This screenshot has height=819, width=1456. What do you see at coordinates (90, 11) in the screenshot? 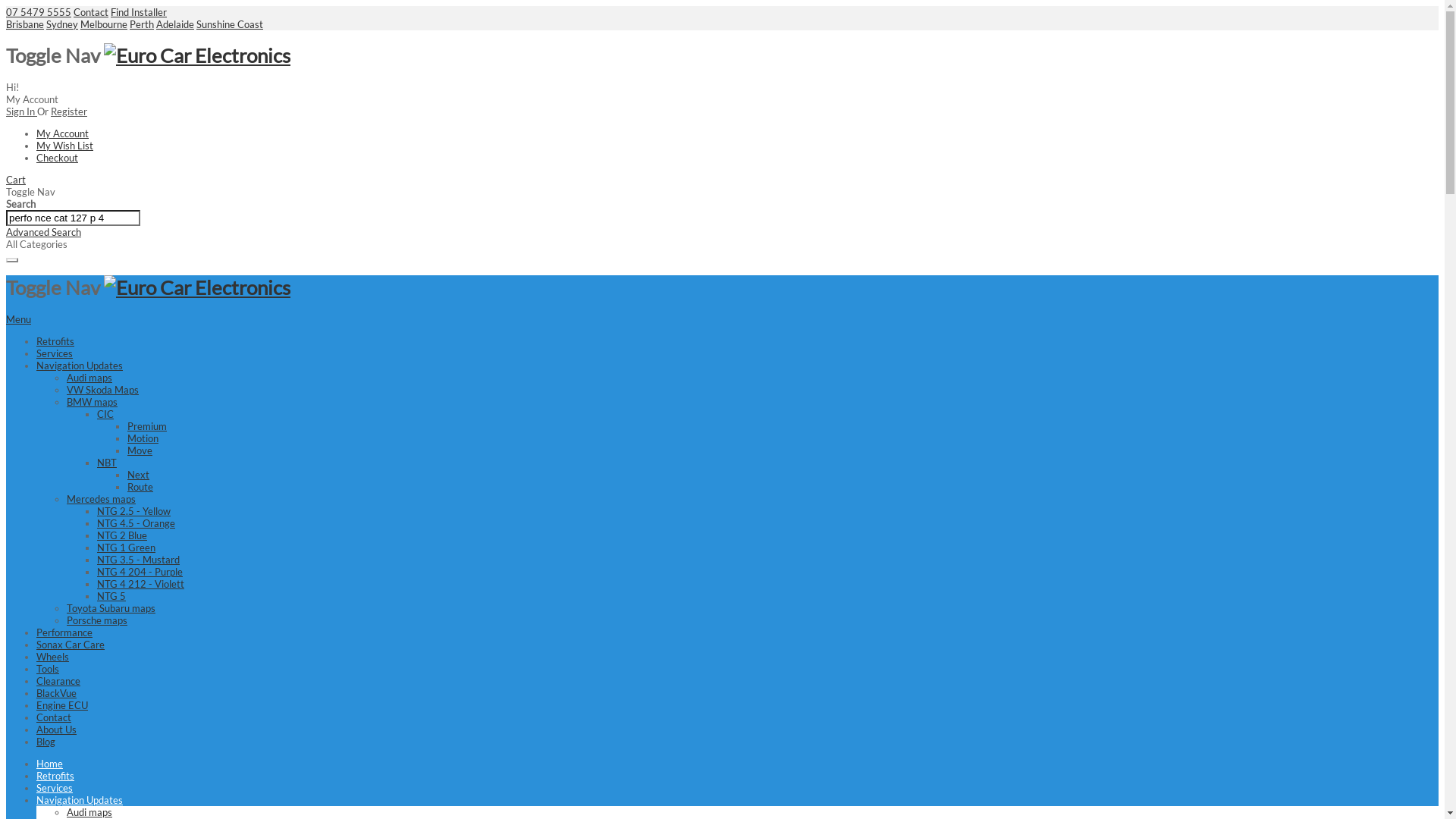
I see `'Contact'` at bounding box center [90, 11].